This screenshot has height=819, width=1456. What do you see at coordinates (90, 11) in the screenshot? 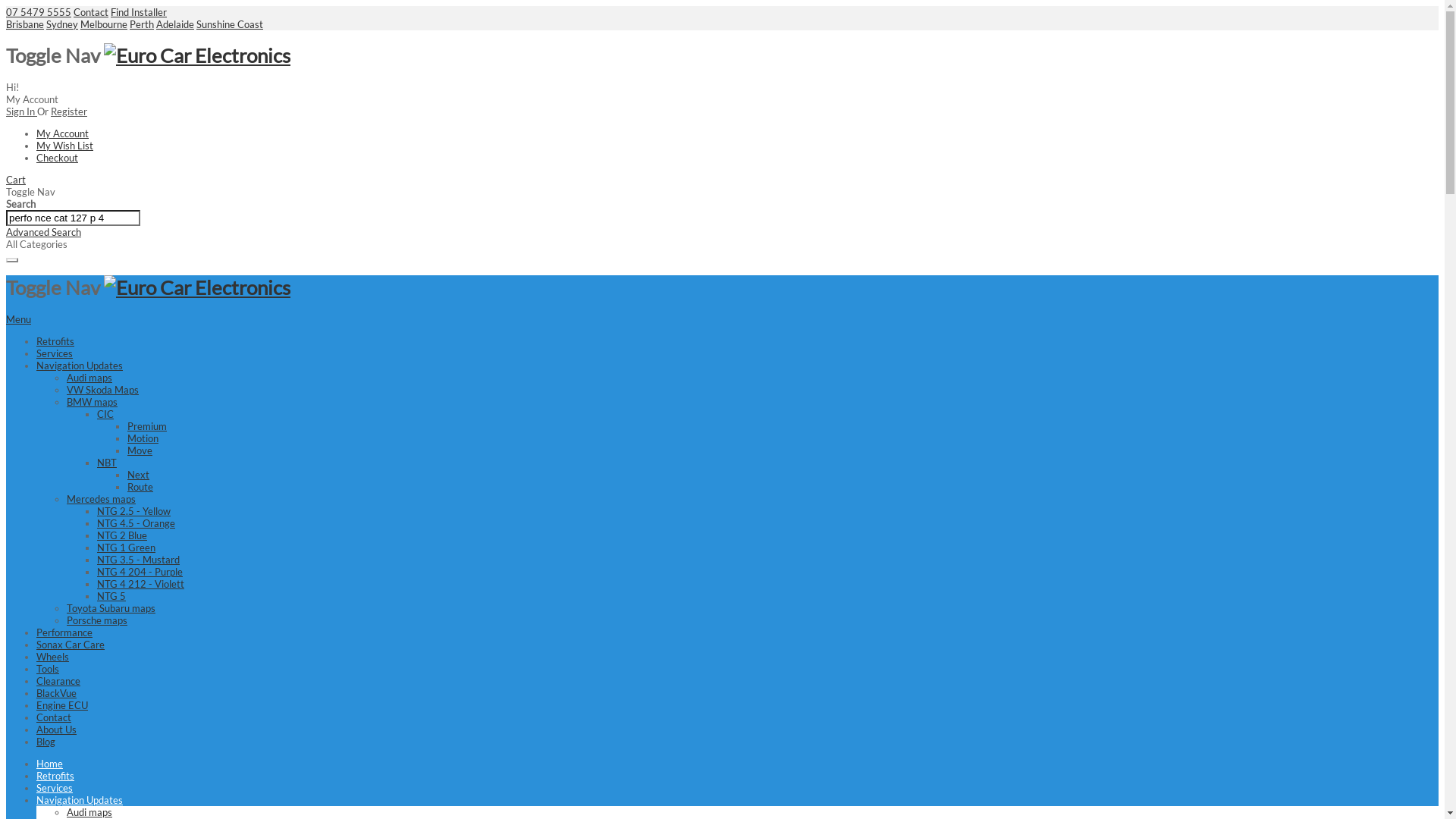
I see `'Contact'` at bounding box center [90, 11].